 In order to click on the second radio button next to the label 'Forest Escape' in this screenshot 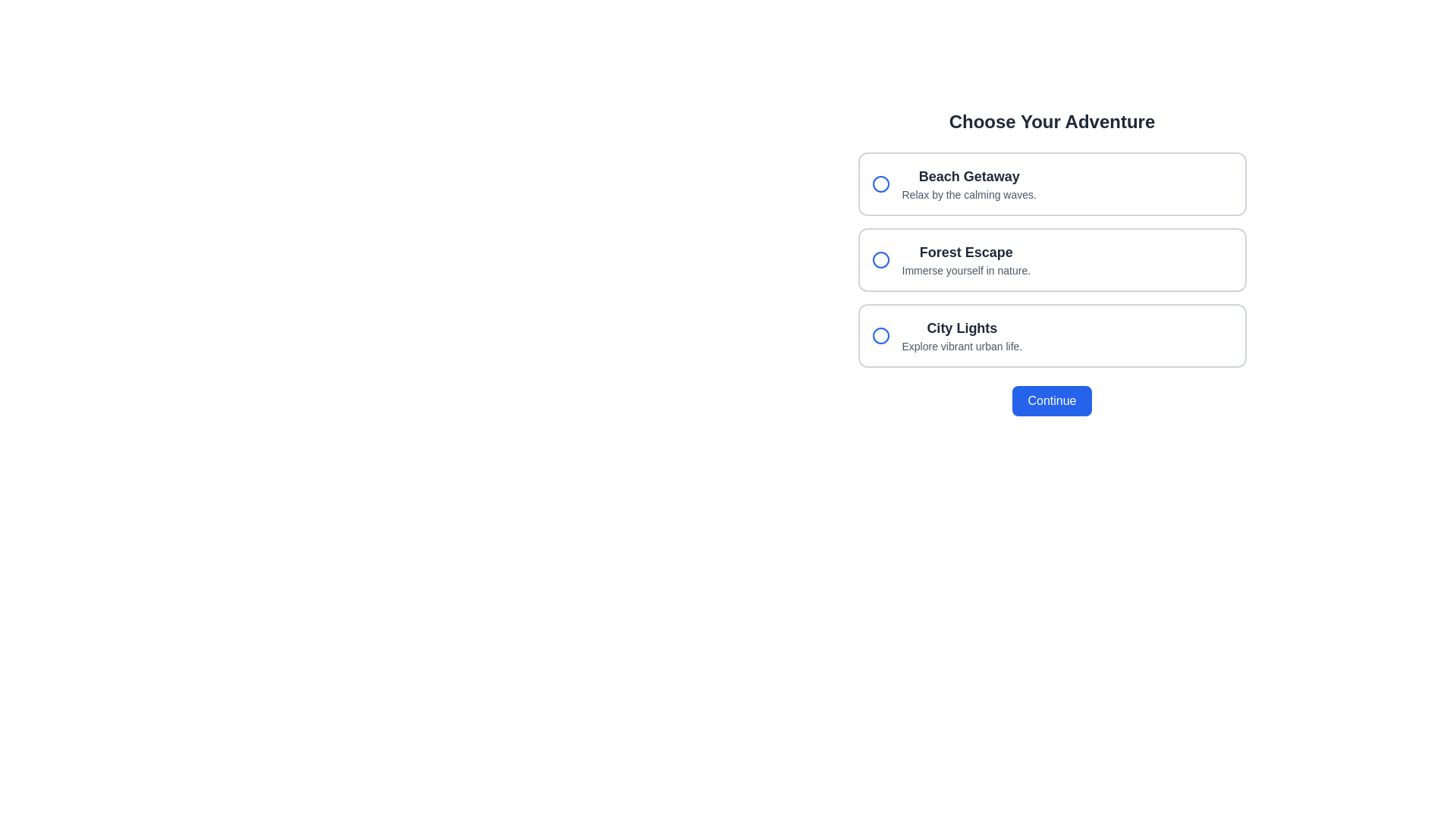, I will do `click(880, 259)`.